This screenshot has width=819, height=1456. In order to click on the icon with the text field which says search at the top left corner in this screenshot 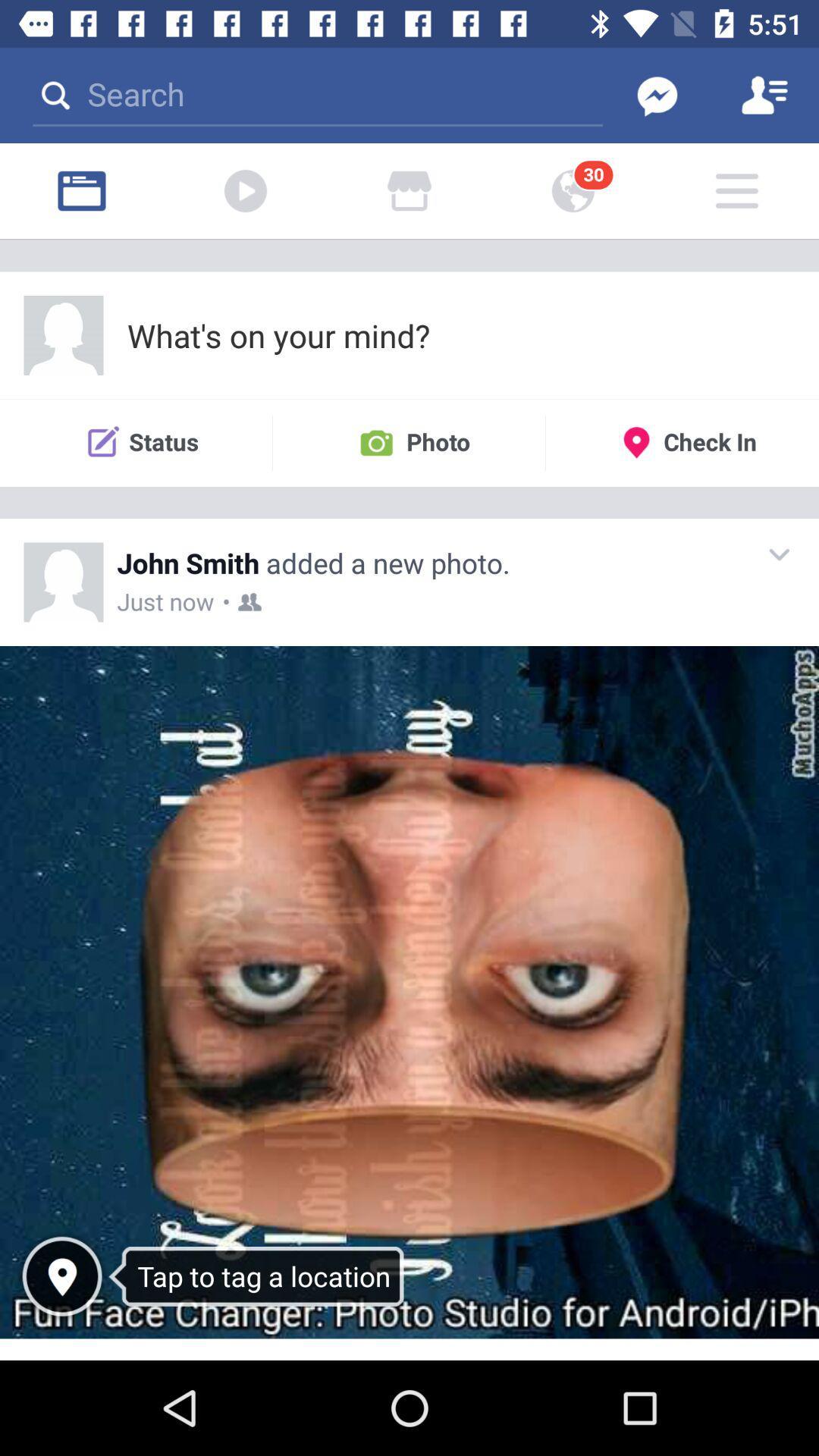, I will do `click(317, 94)`.